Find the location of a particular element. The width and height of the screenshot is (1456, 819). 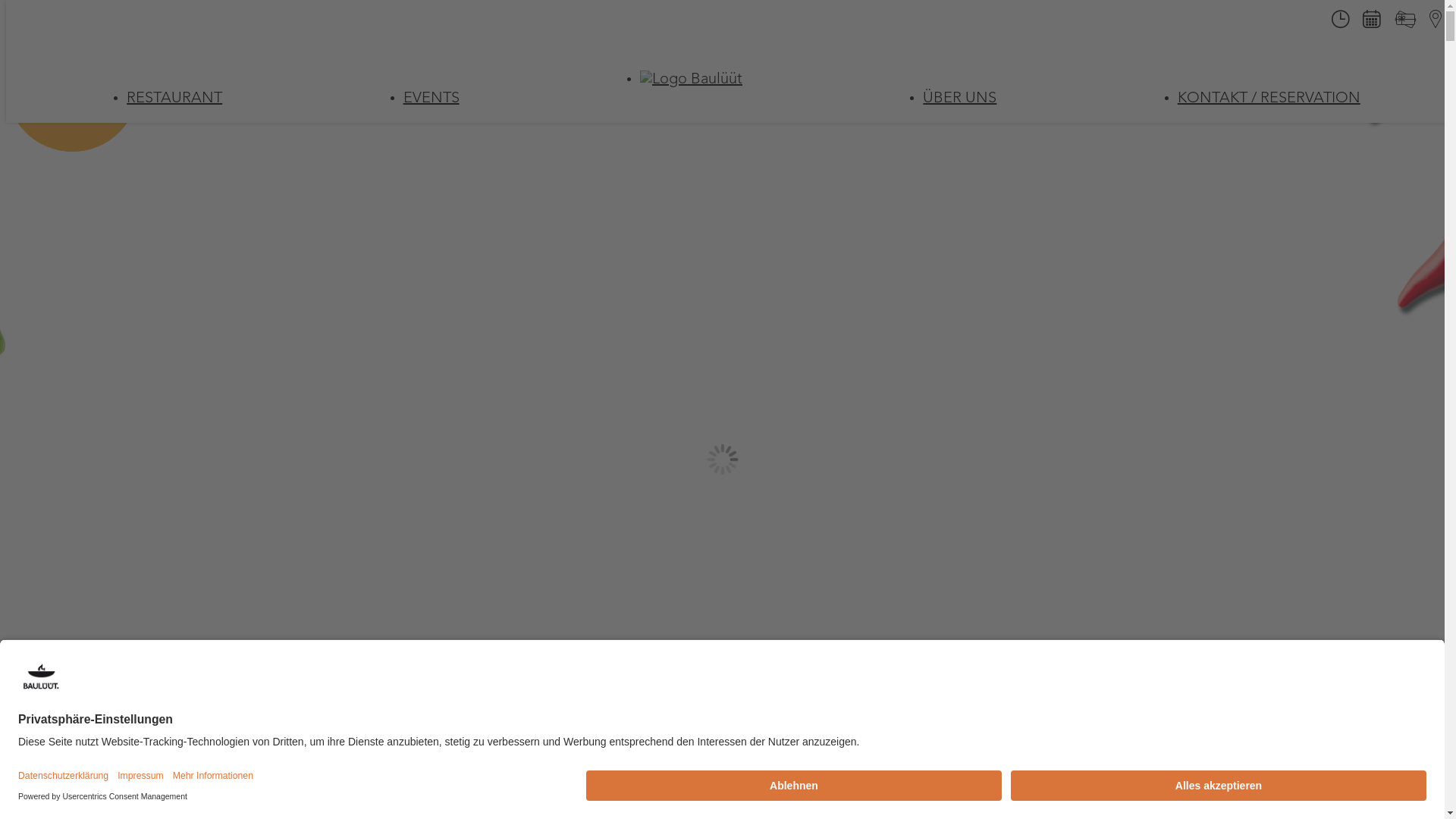

'EVENTS' is located at coordinates (431, 99).